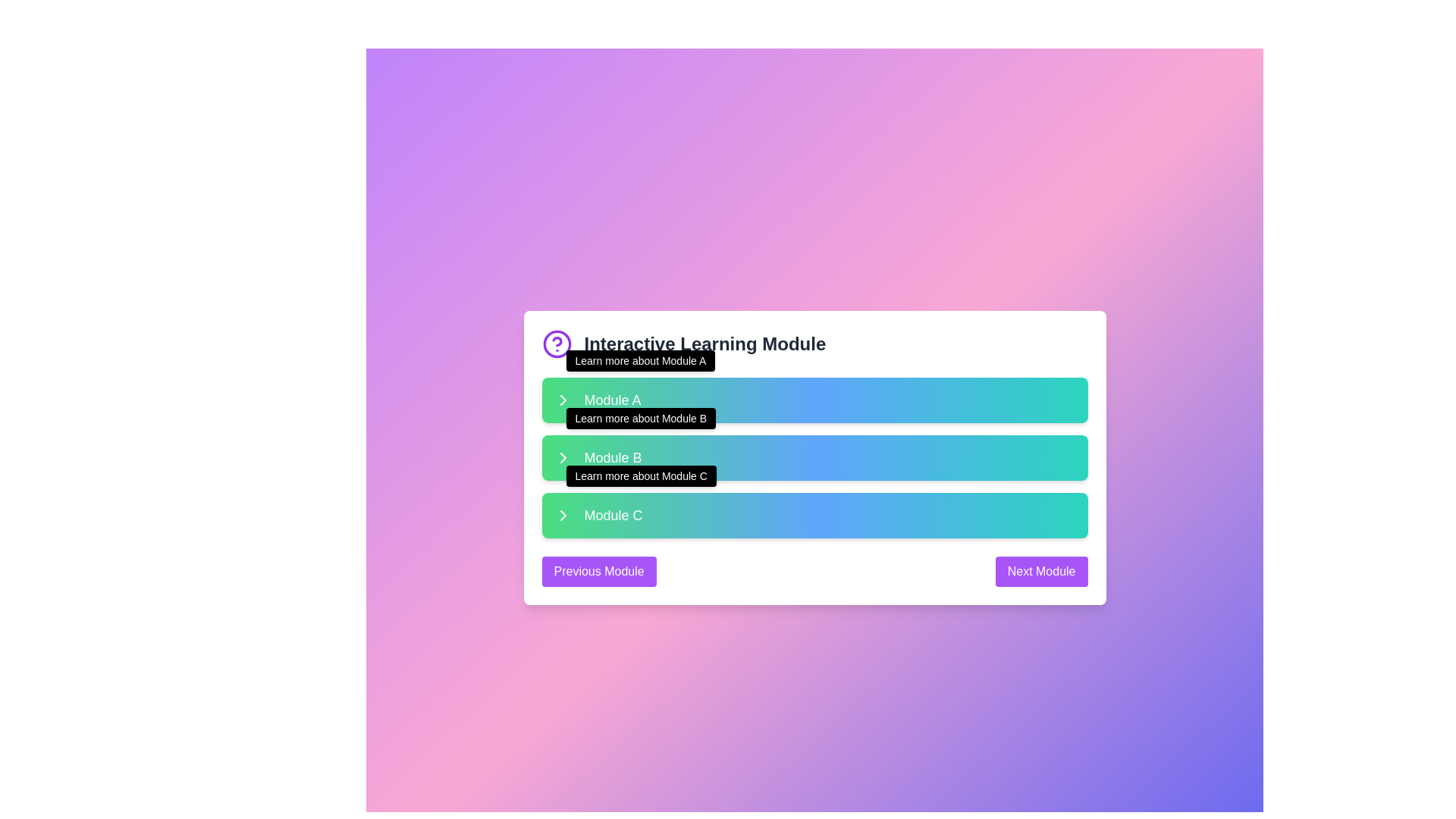 The height and width of the screenshot is (819, 1456). I want to click on the chevron icon located at the far left of the green button labeled 'Module C', so click(562, 514).